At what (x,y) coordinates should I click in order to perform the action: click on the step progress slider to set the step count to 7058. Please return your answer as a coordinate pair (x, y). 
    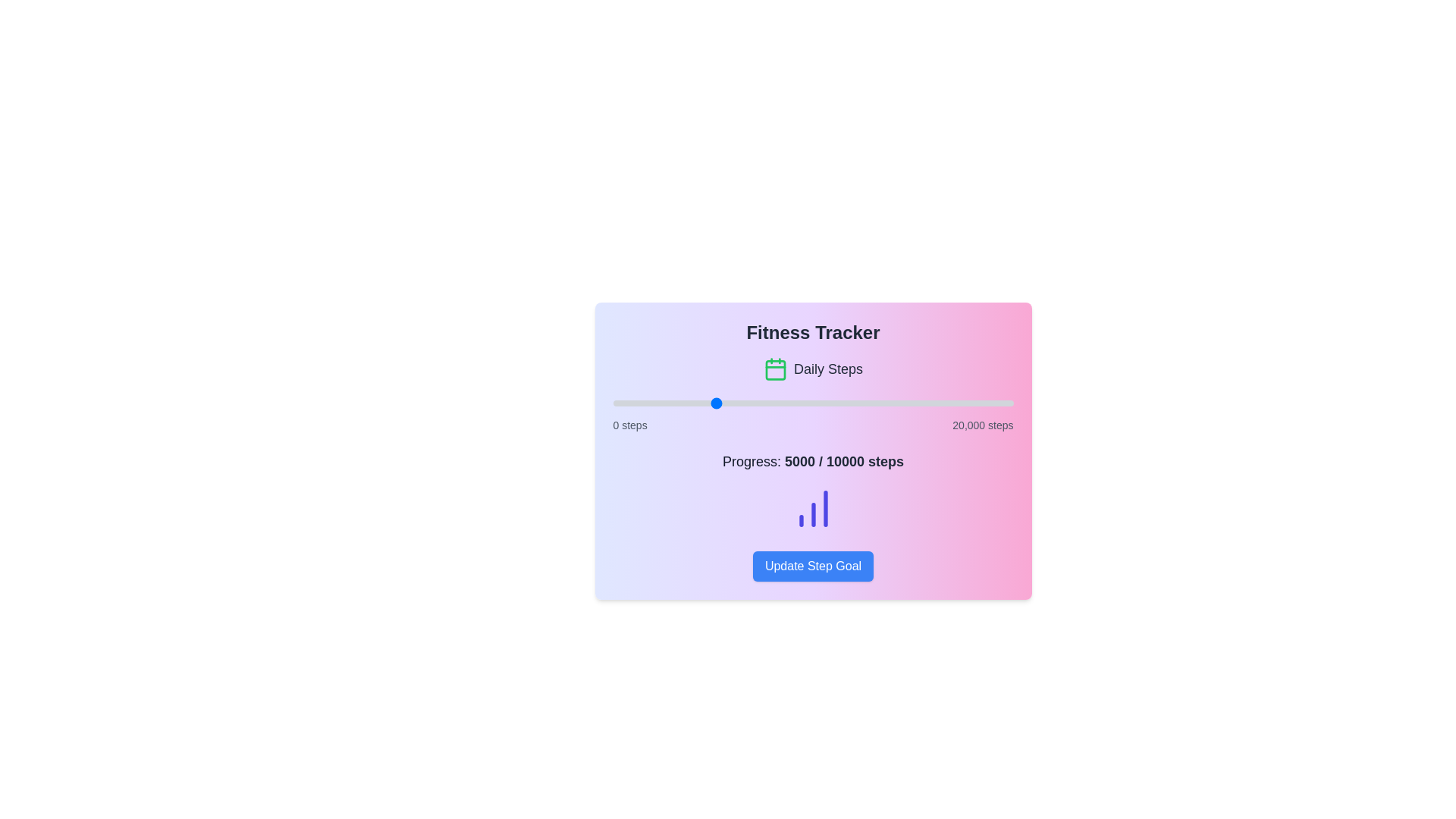
    Looking at the image, I should click on (754, 403).